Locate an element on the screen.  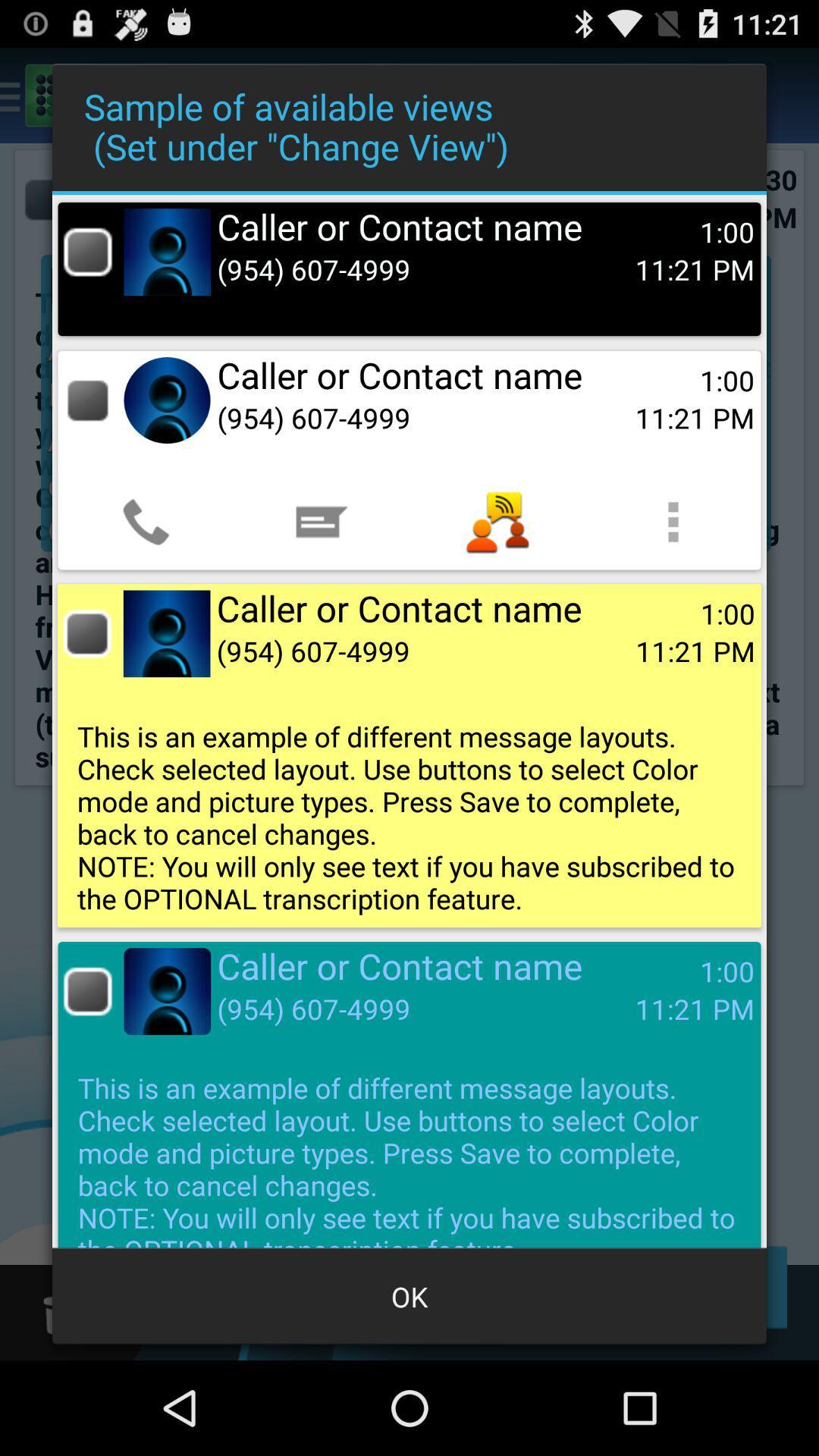
the icon above the caller or contact app is located at coordinates (321, 522).